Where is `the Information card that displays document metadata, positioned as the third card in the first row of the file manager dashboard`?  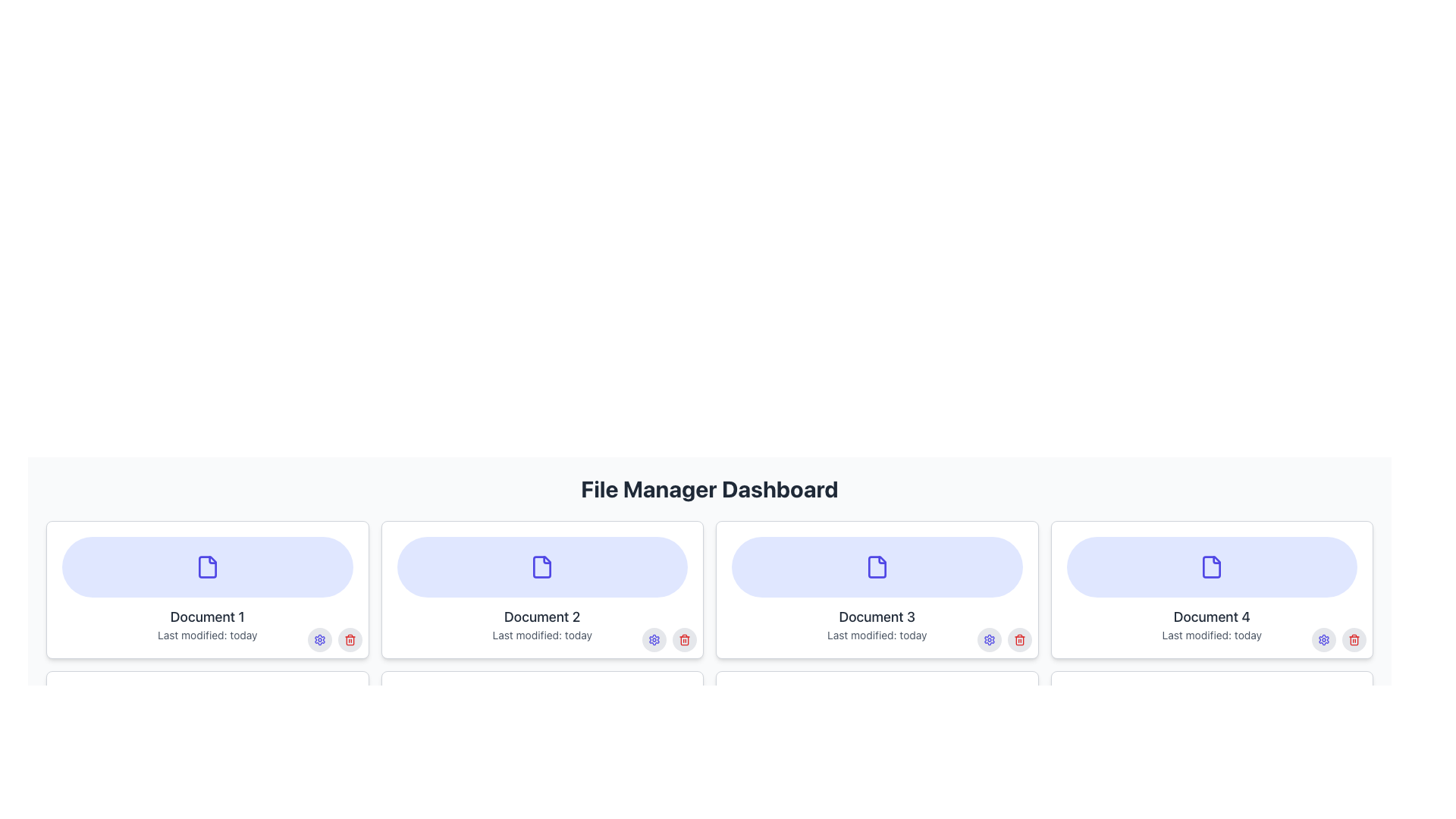
the Information card that displays document metadata, positioned as the third card in the first row of the file manager dashboard is located at coordinates (877, 589).